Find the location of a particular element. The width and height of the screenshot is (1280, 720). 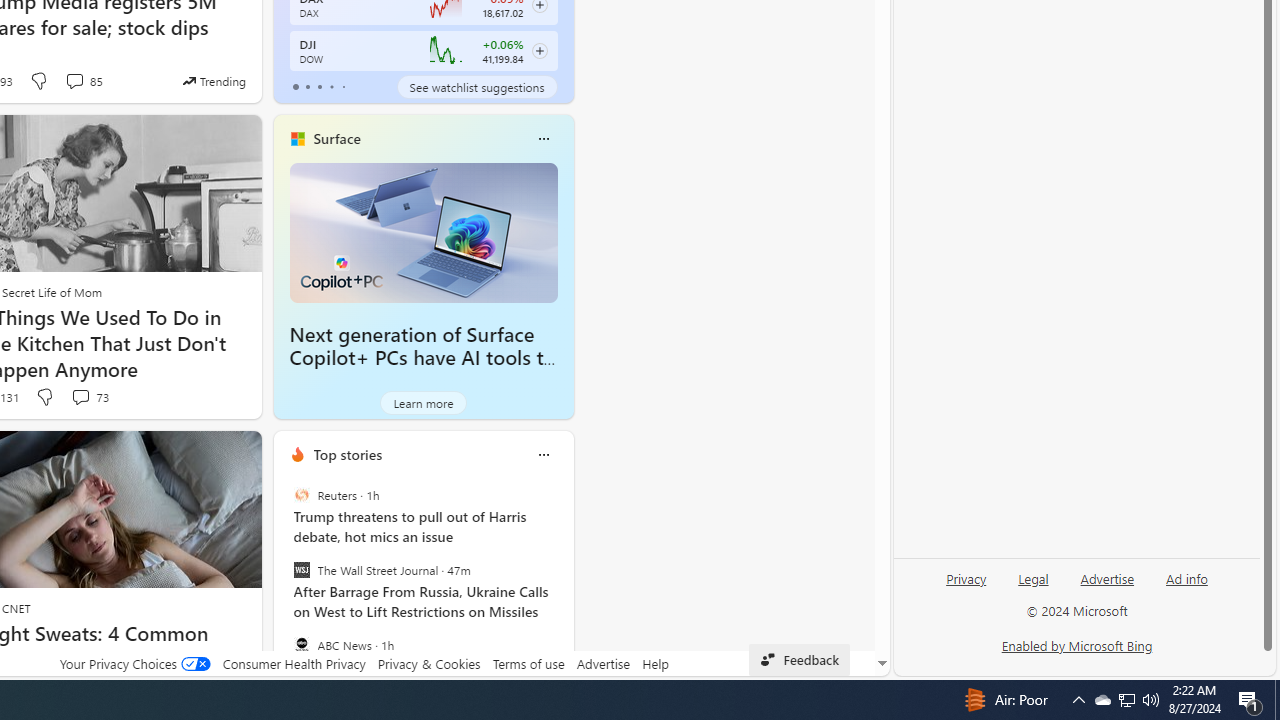

'Surface' is located at coordinates (337, 138).